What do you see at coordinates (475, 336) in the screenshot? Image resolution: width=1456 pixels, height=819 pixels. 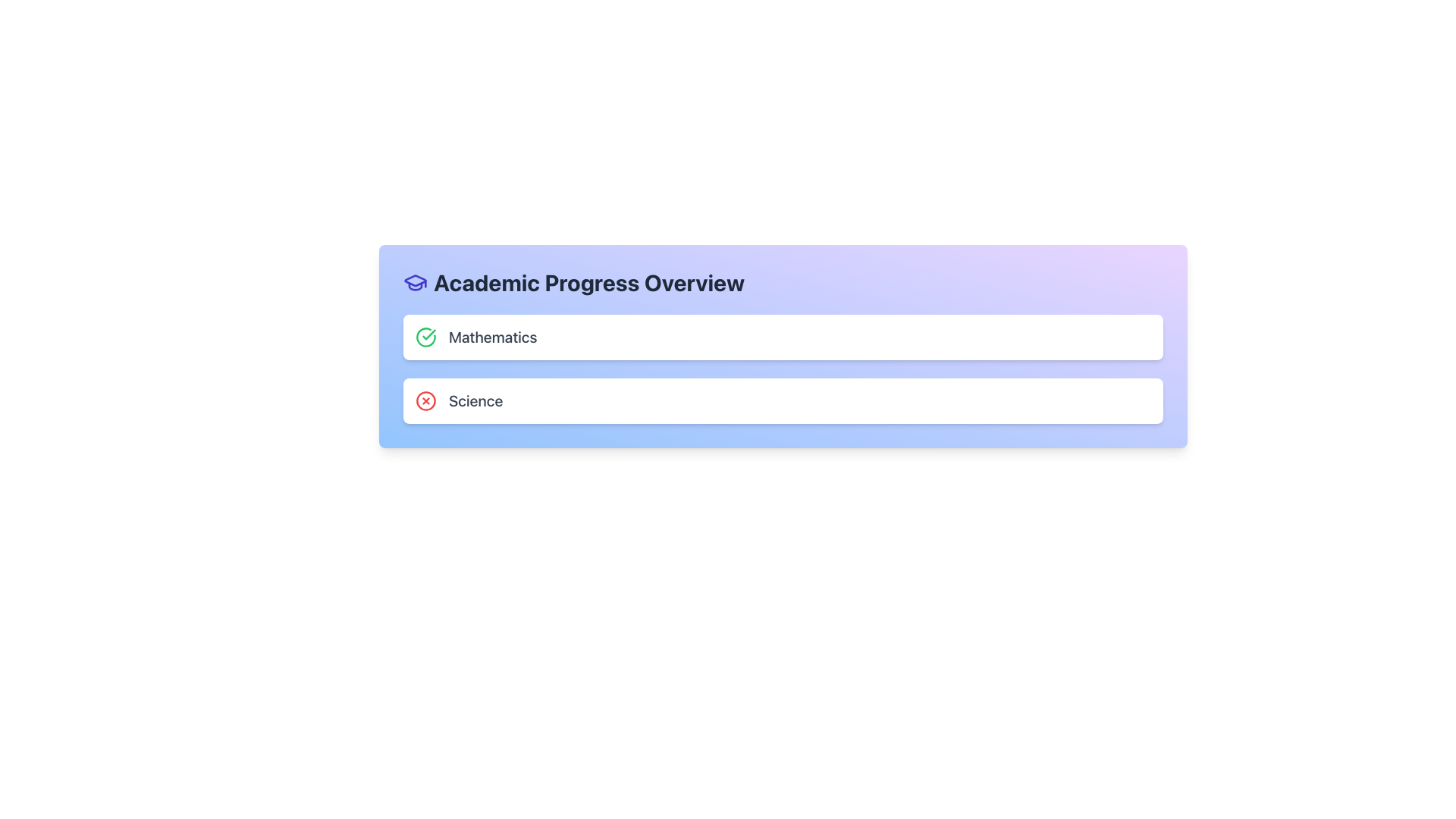 I see `the inline text representation for 'Mathematics' with a green checkmark` at bounding box center [475, 336].